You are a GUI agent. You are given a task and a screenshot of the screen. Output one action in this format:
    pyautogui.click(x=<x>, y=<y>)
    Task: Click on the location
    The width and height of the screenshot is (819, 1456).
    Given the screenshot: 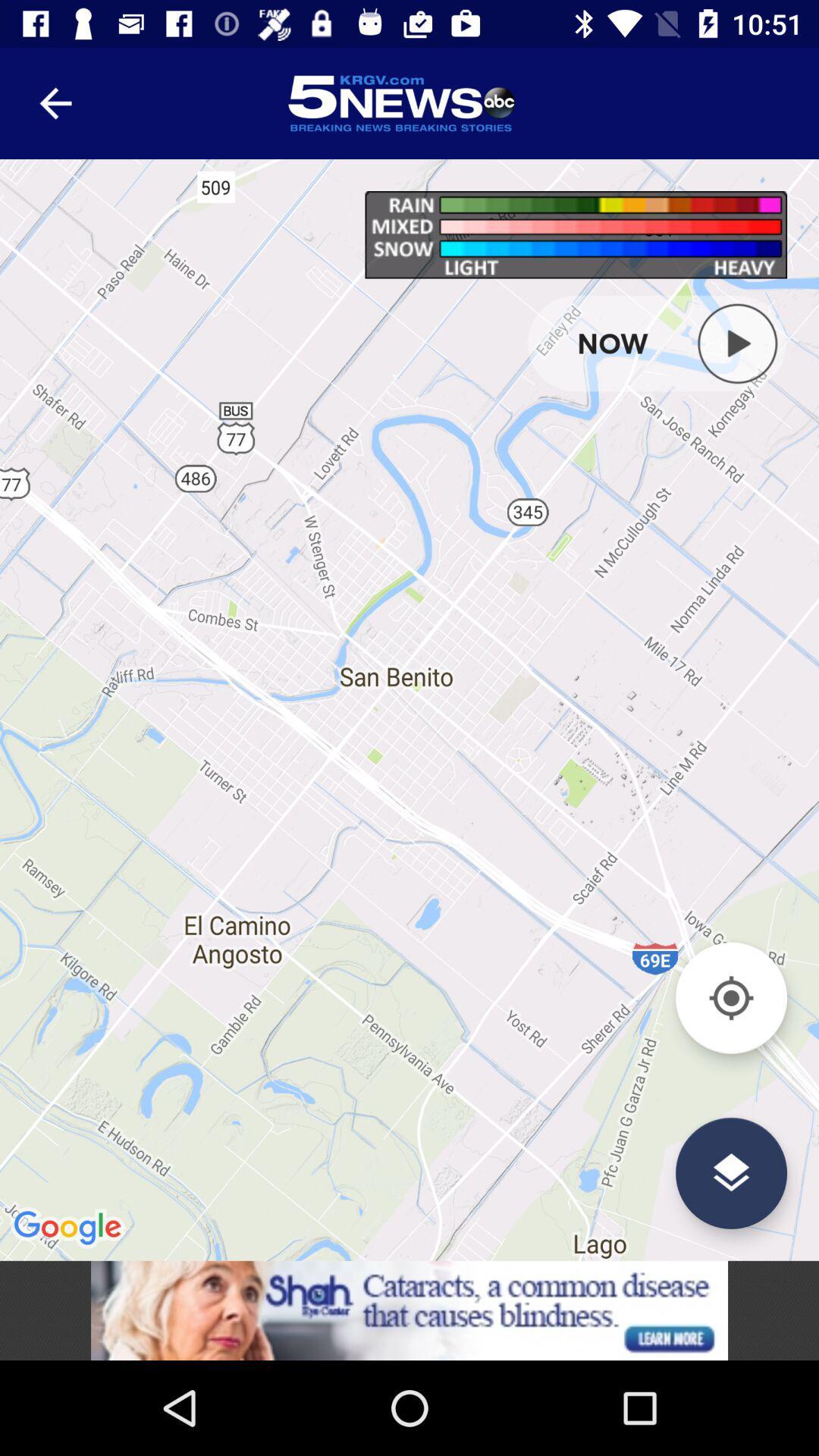 What is the action you would take?
    pyautogui.click(x=730, y=998)
    